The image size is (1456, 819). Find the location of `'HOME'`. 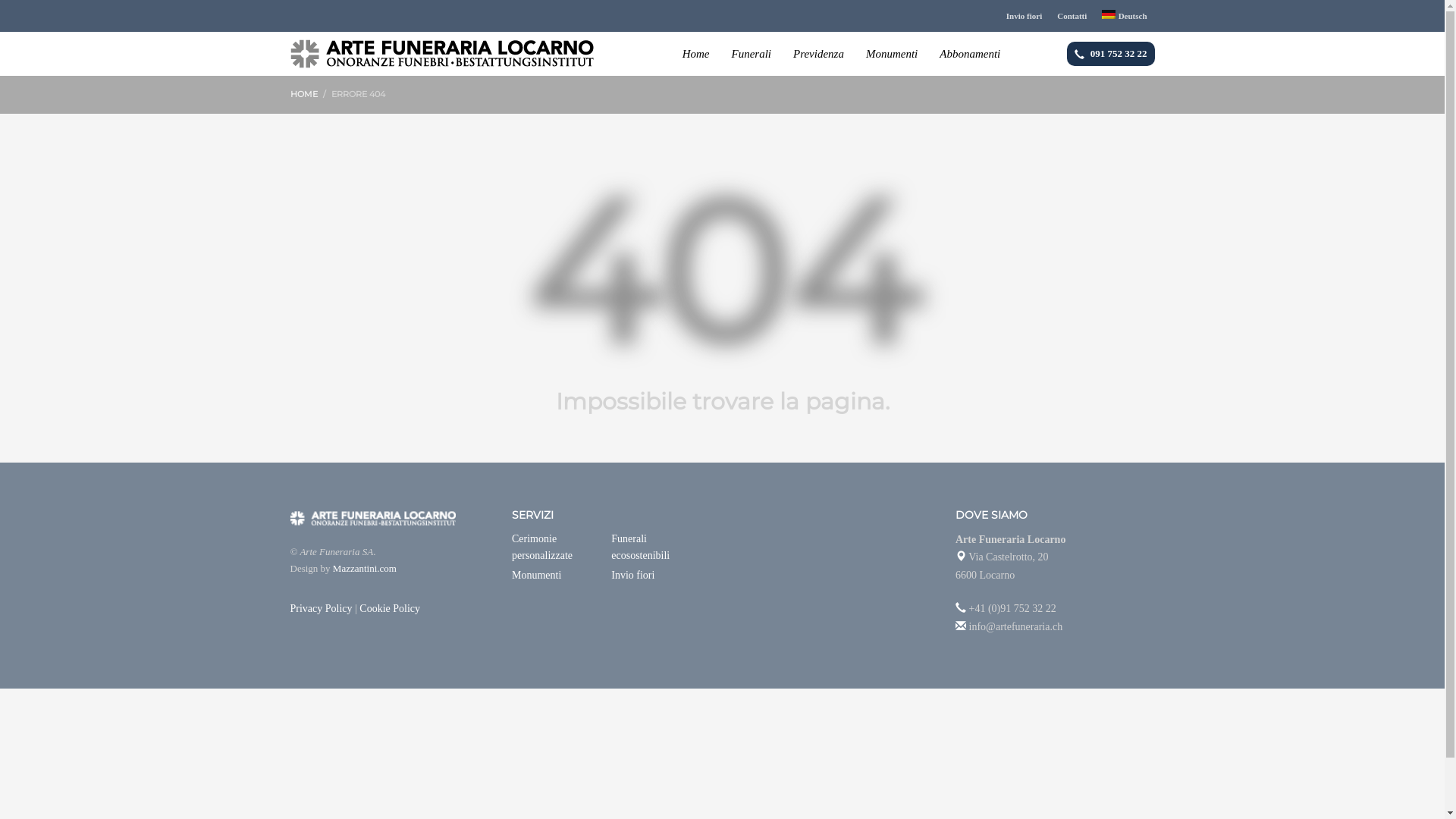

'HOME' is located at coordinates (303, 93).